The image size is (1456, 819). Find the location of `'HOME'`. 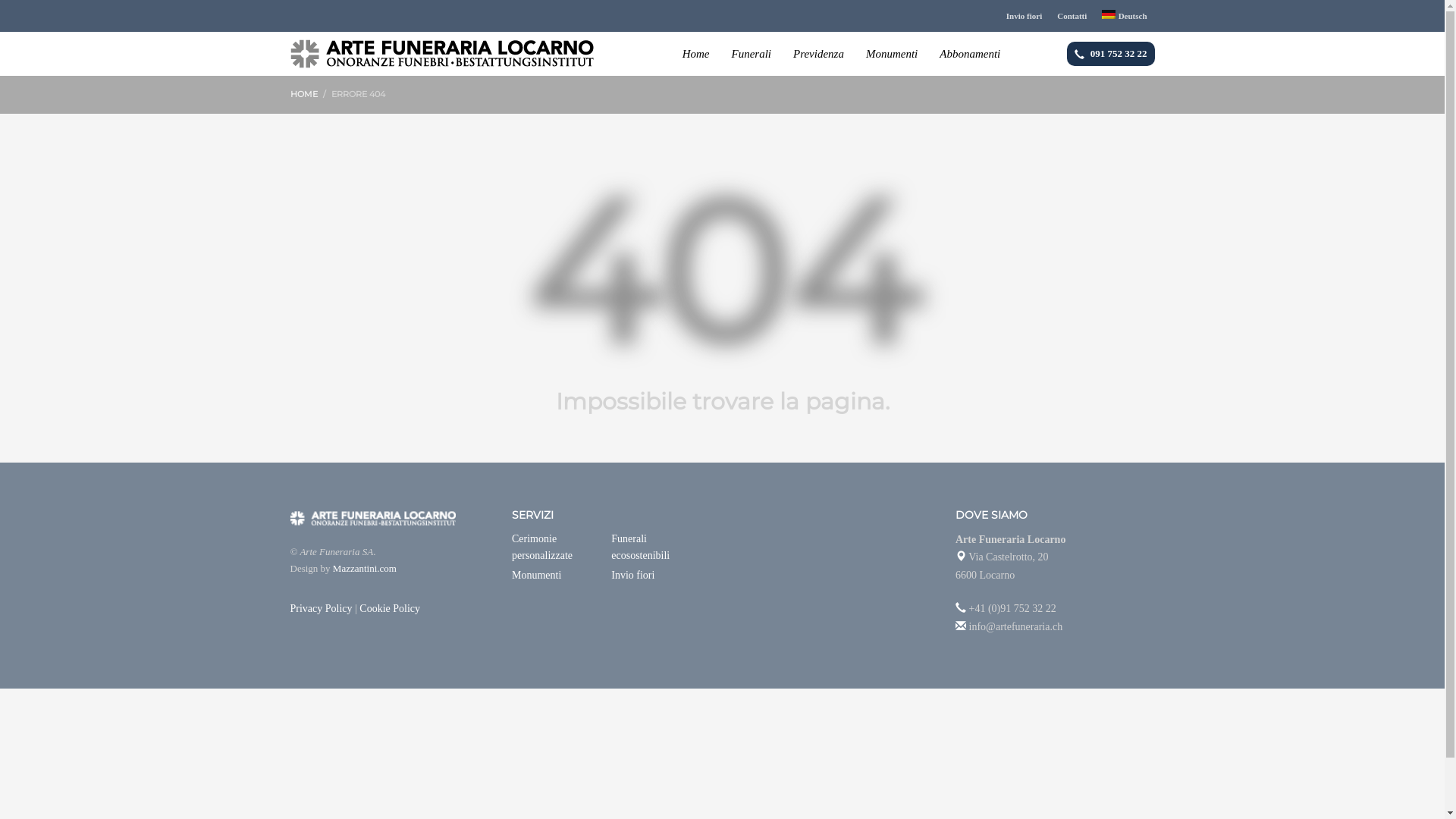

'HOME' is located at coordinates (303, 93).